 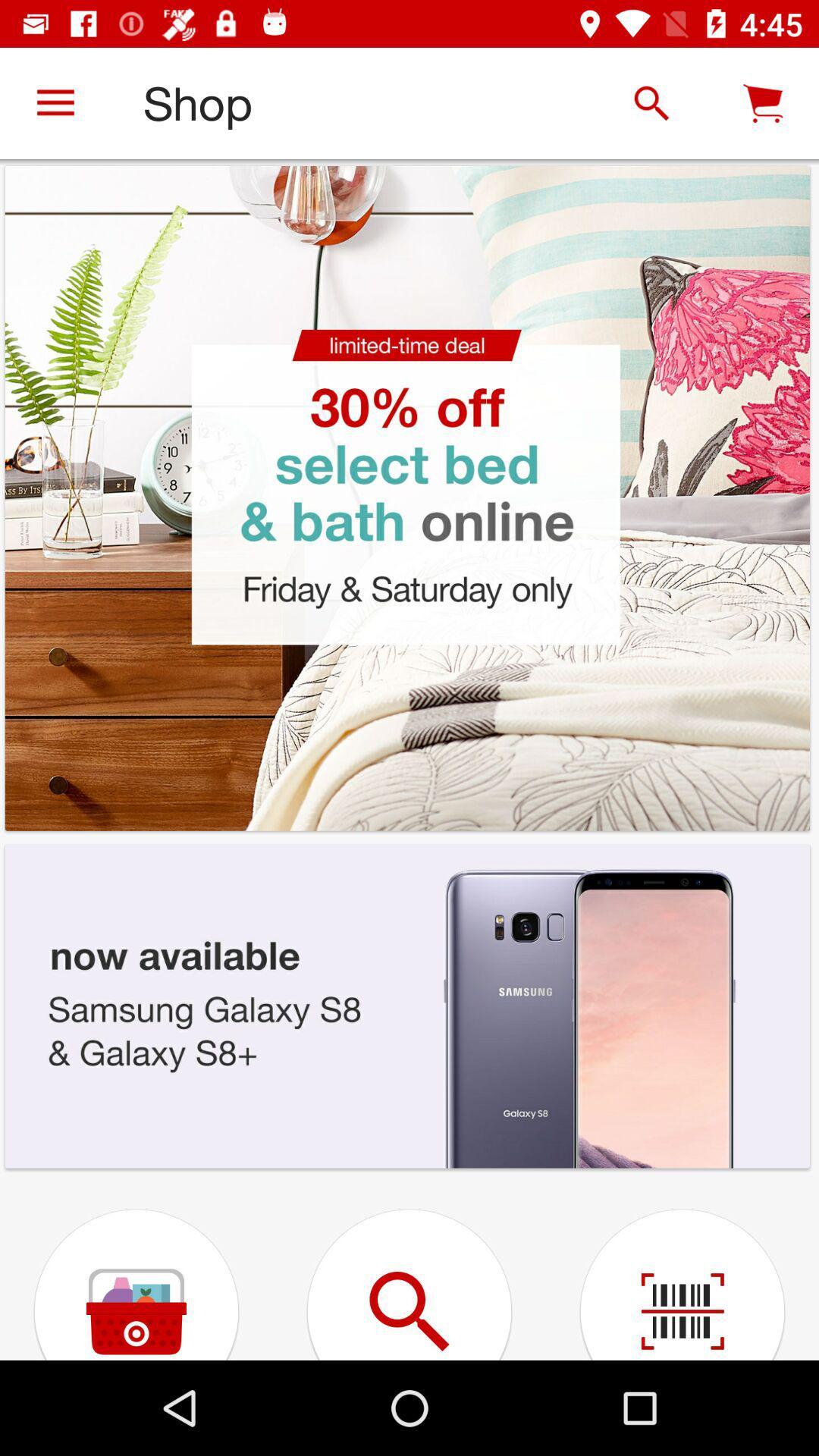 What do you see at coordinates (651, 103) in the screenshot?
I see `the search icon` at bounding box center [651, 103].